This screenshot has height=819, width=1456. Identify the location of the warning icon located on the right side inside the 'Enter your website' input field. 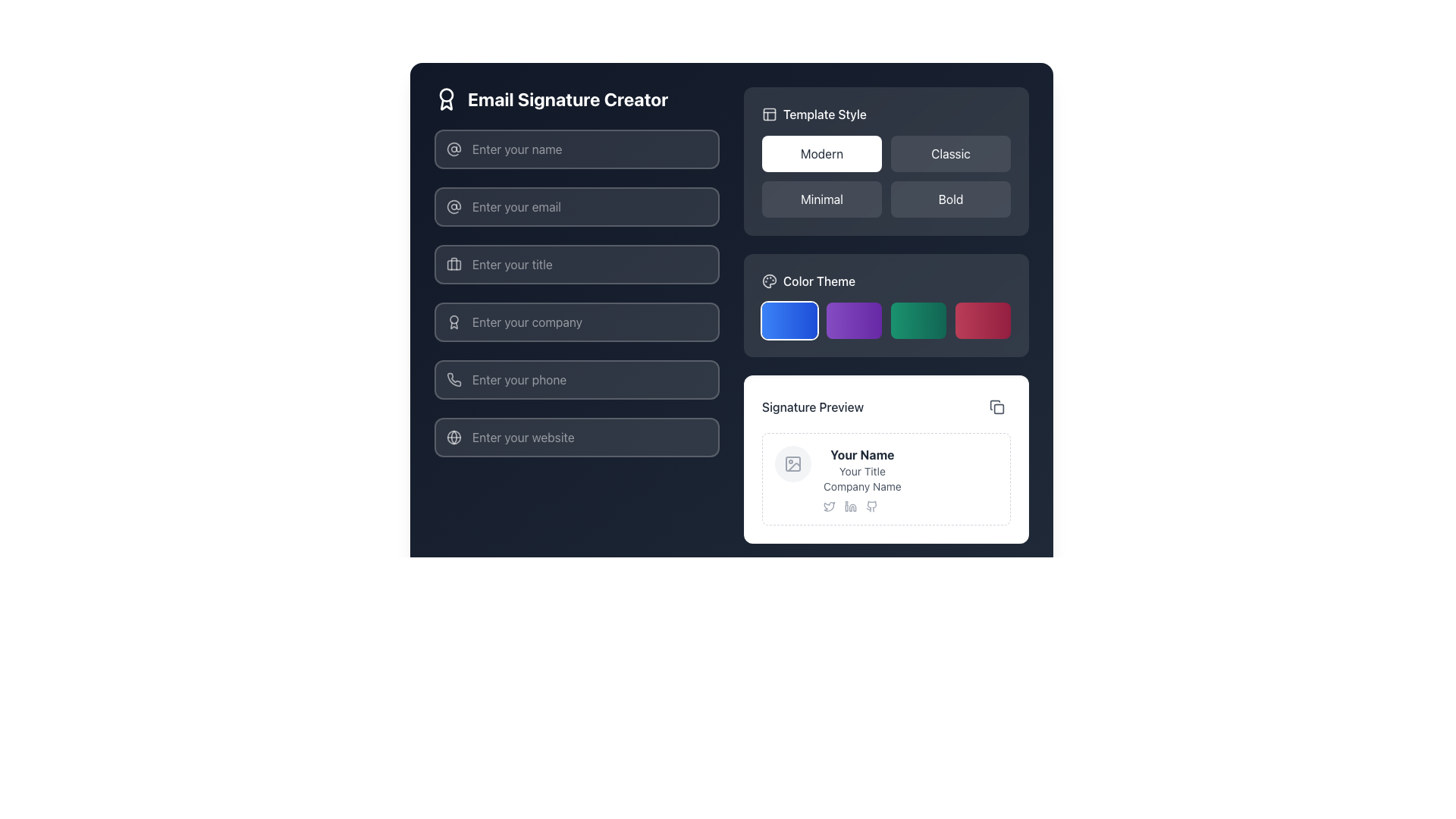
(649, 449).